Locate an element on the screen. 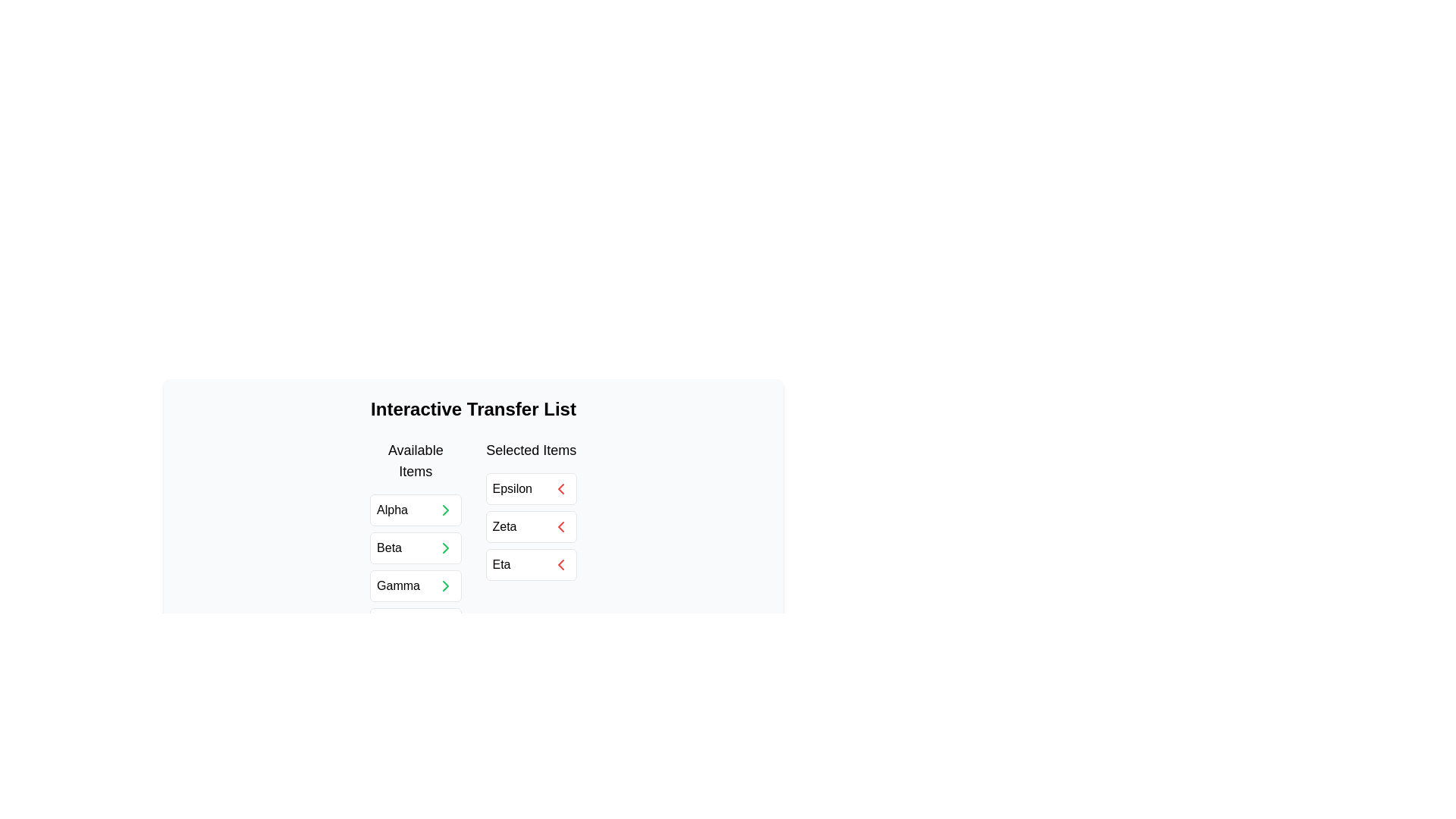 This screenshot has width=1456, height=819. green arrow button next to the item Alpha in the 'Available Items' list to move it to the 'Selected Items' list is located at coordinates (444, 510).